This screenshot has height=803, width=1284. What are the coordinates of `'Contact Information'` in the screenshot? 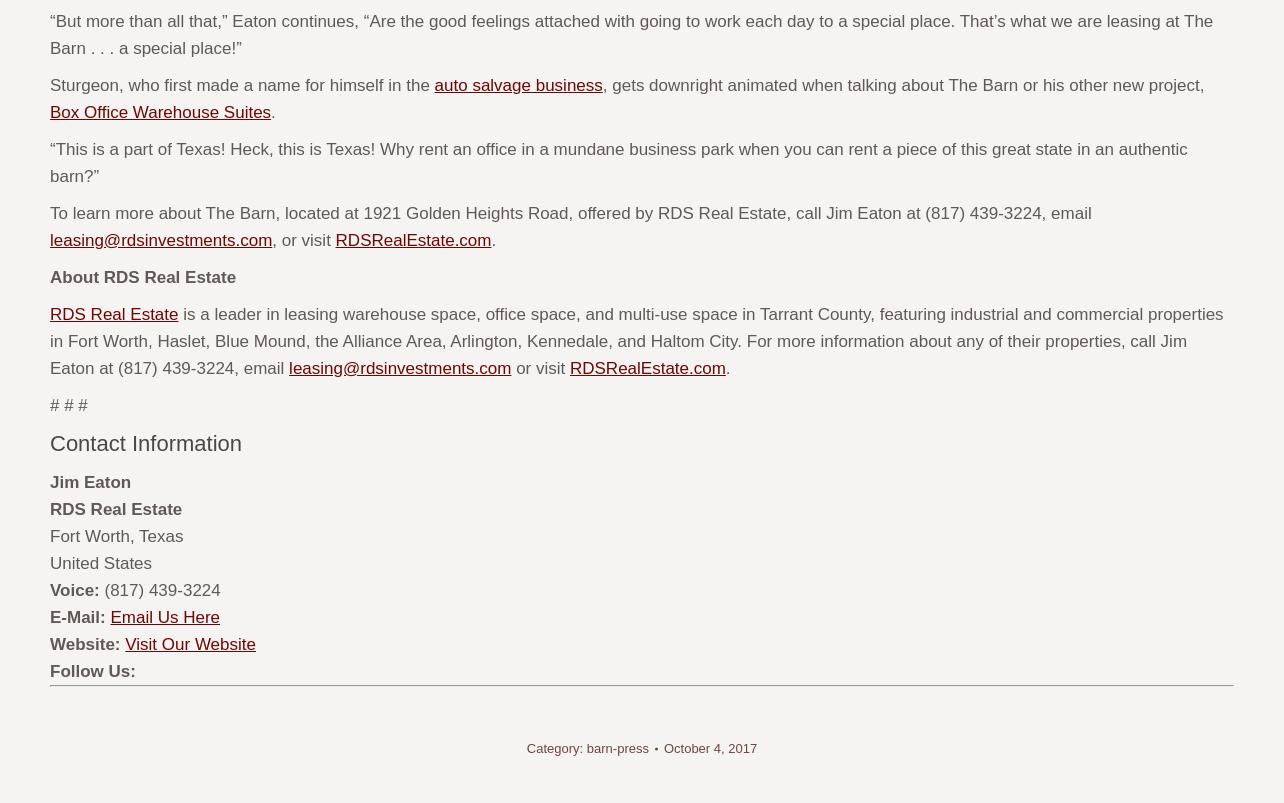 It's located at (145, 442).